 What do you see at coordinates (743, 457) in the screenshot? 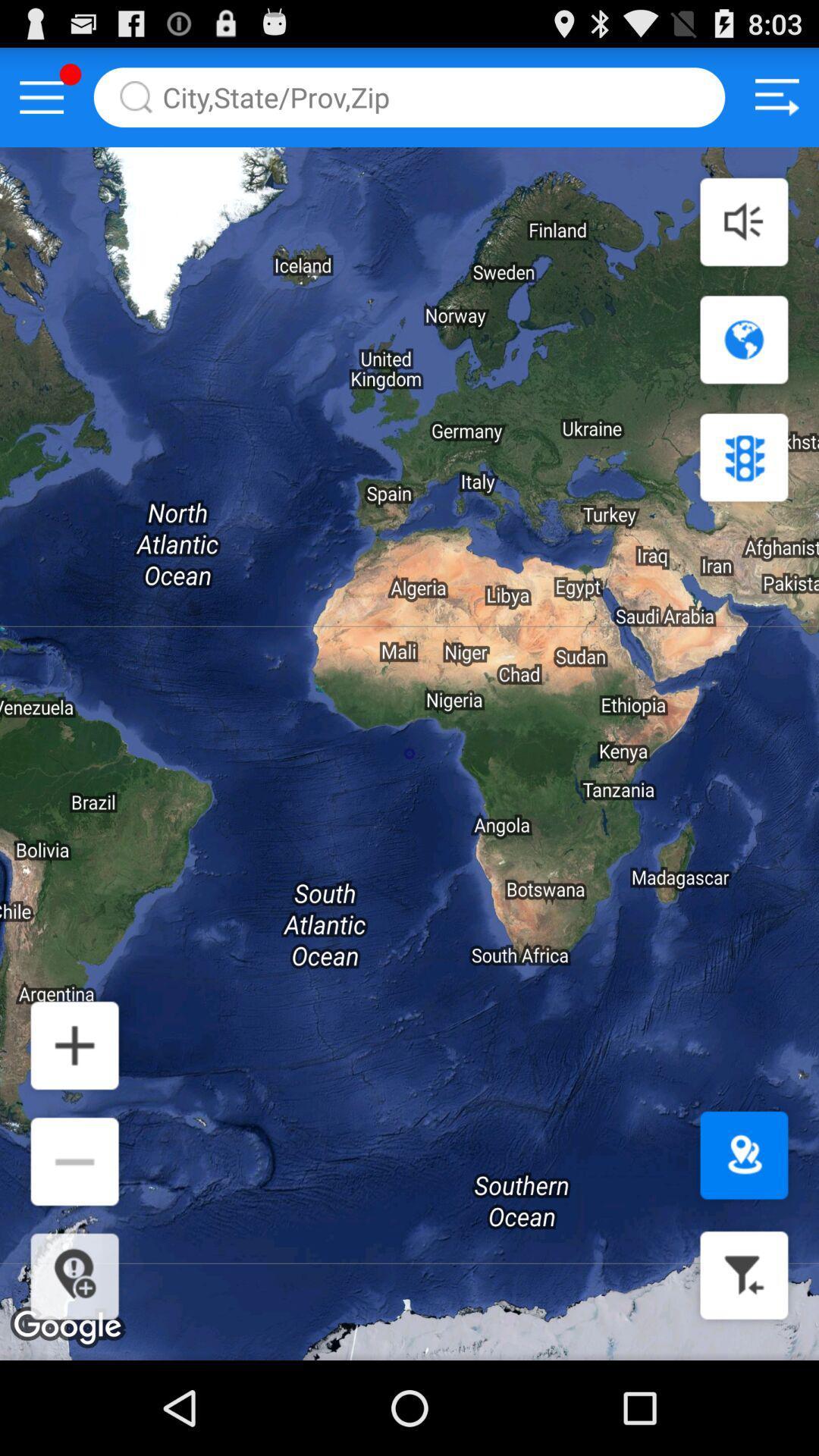
I see `stops` at bounding box center [743, 457].